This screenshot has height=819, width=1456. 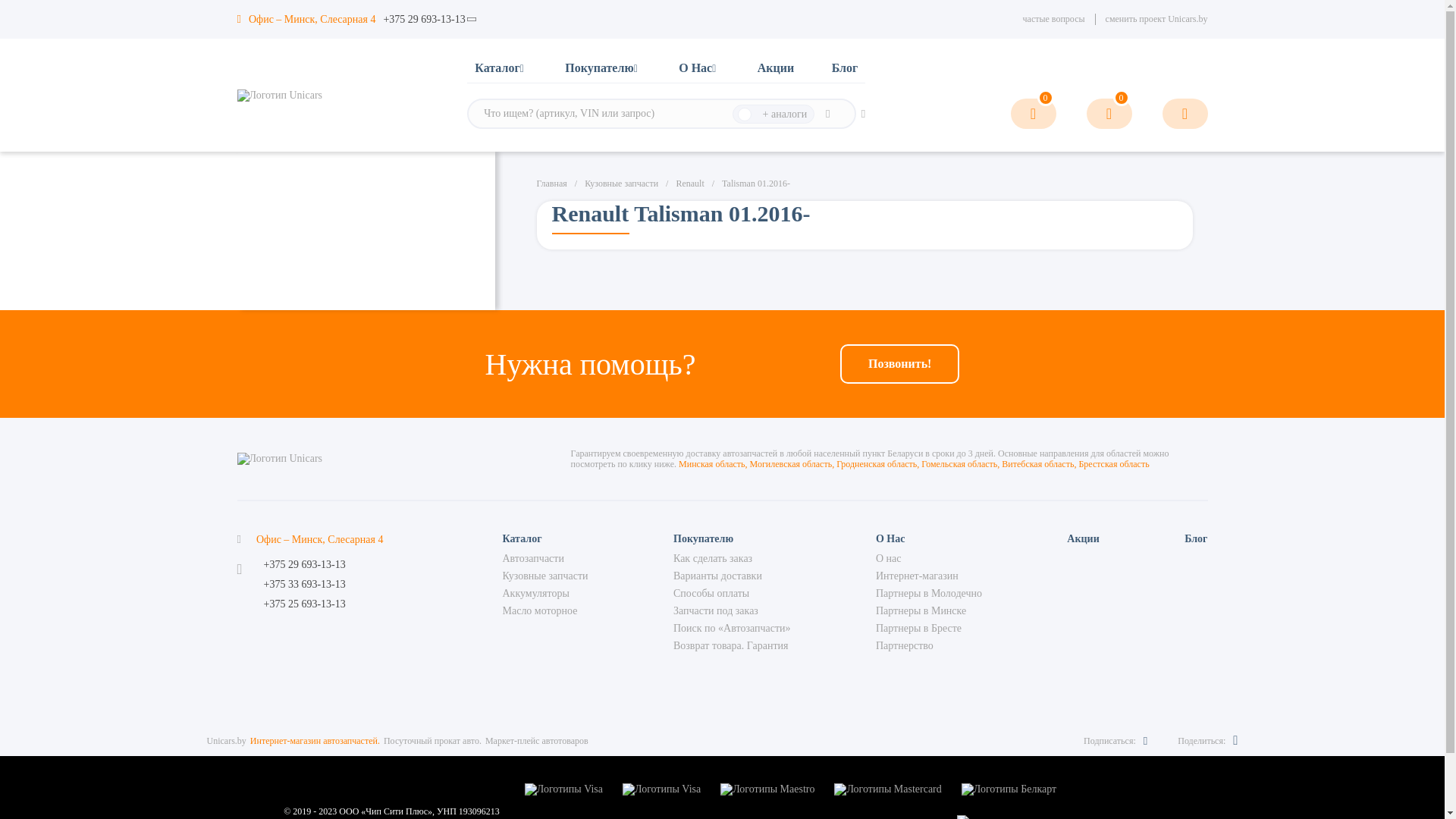 What do you see at coordinates (1009, 113) in the screenshot?
I see `'0'` at bounding box center [1009, 113].